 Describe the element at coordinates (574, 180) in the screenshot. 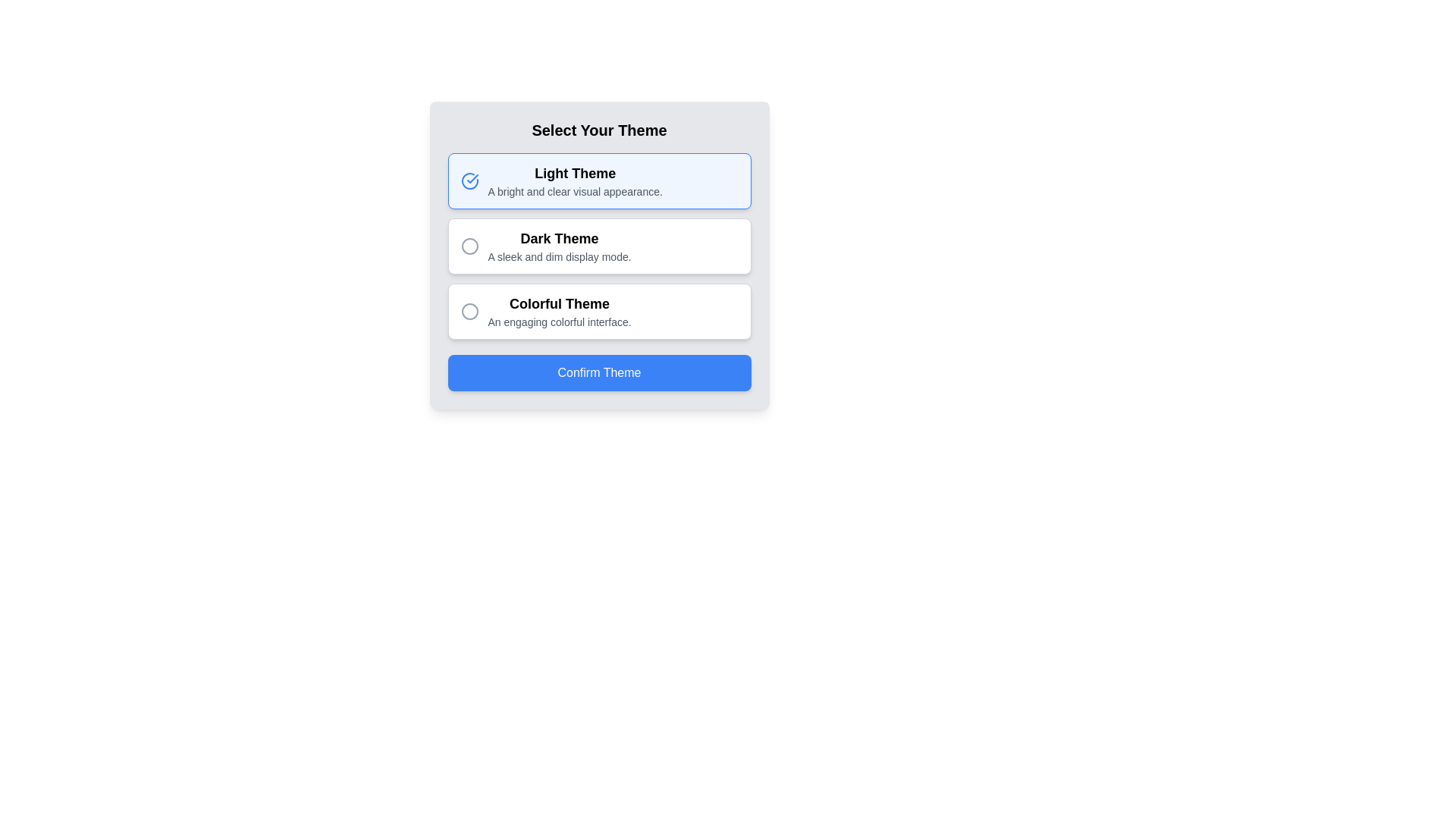

I see `description of the 'Light Theme' text block, which includes a bold title and a descriptive text below it, as it is the first option in the theme selection list` at that location.